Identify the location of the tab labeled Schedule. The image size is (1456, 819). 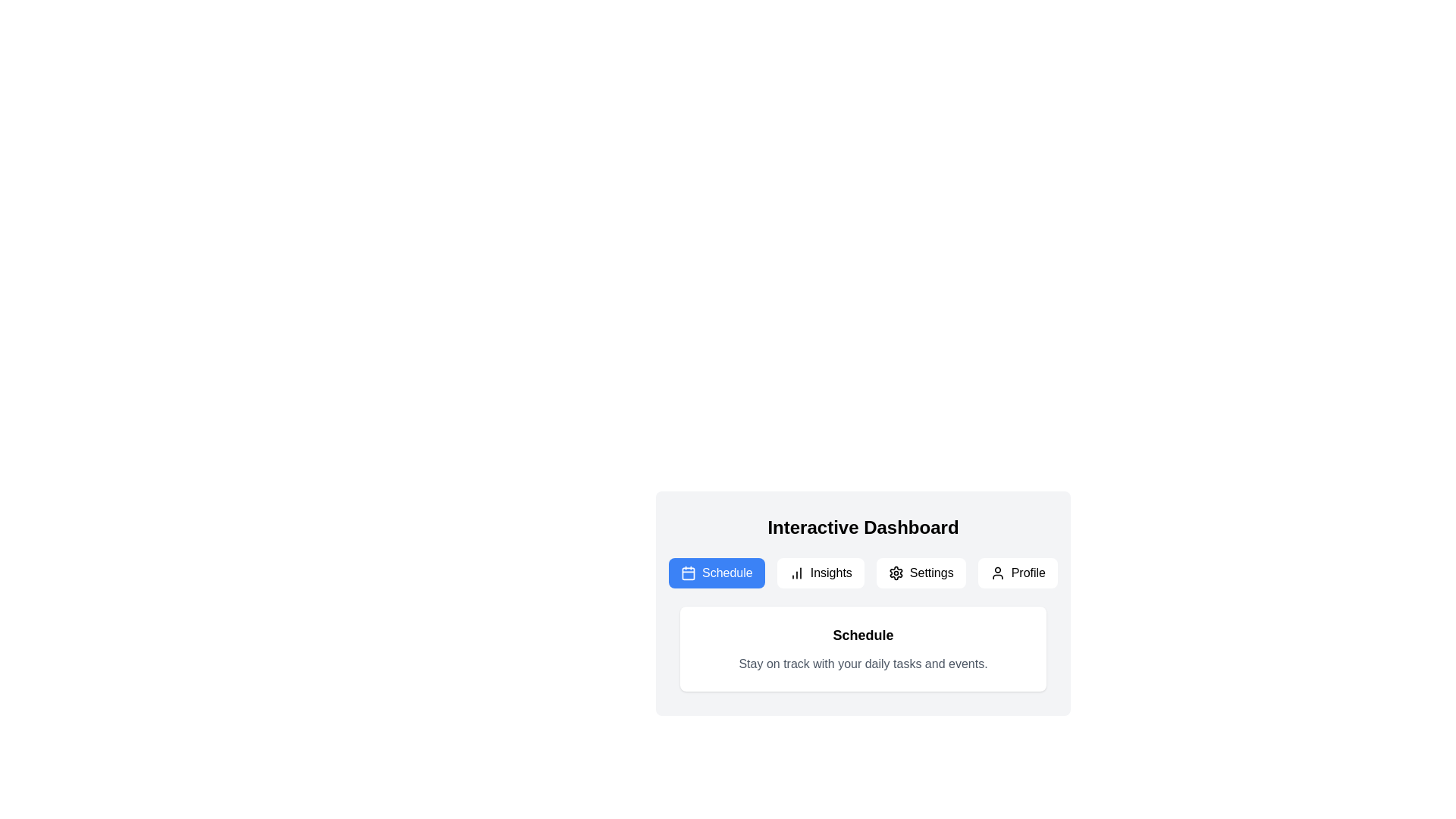
(716, 573).